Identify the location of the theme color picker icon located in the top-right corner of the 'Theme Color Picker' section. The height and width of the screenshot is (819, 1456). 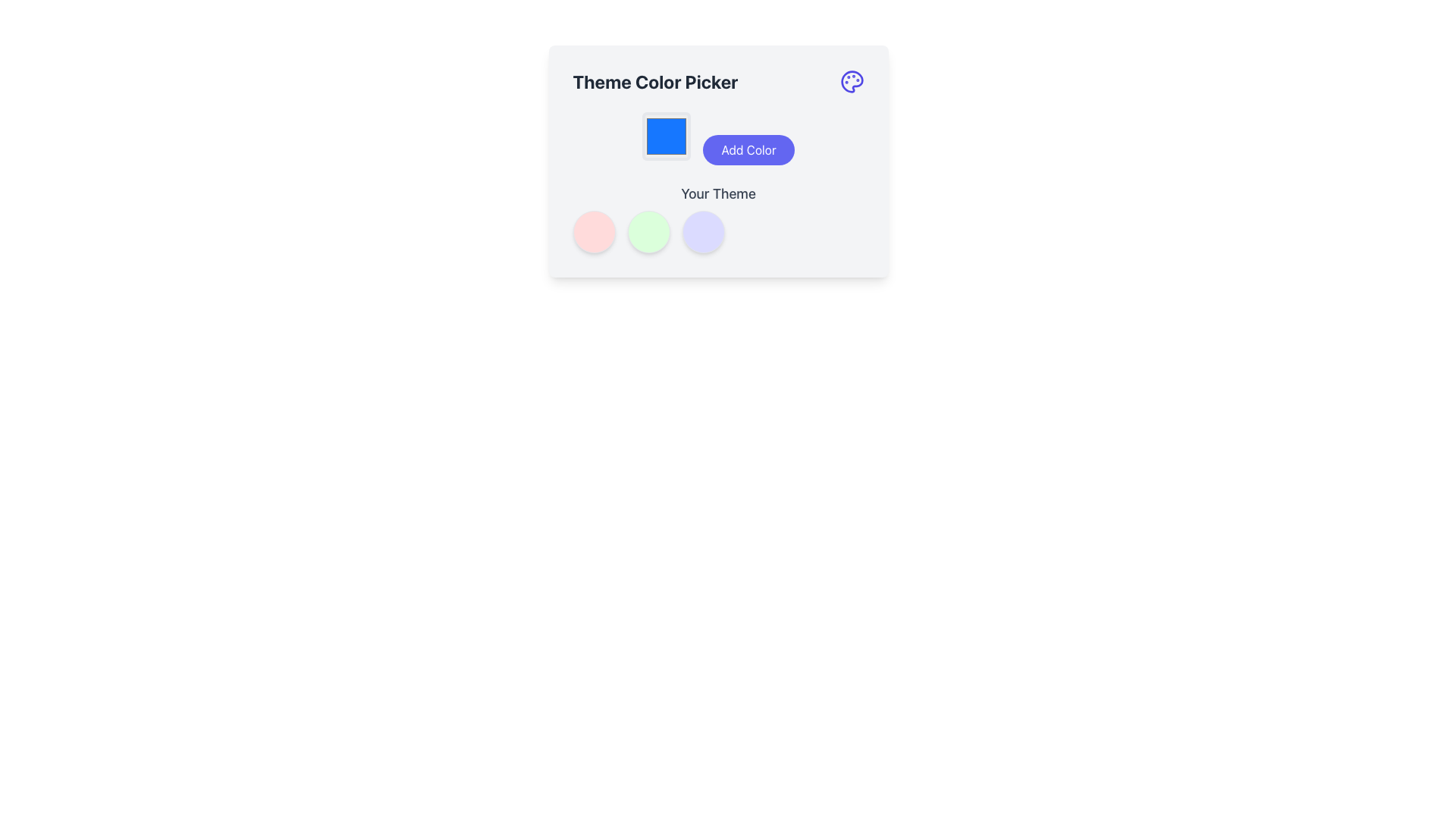
(852, 82).